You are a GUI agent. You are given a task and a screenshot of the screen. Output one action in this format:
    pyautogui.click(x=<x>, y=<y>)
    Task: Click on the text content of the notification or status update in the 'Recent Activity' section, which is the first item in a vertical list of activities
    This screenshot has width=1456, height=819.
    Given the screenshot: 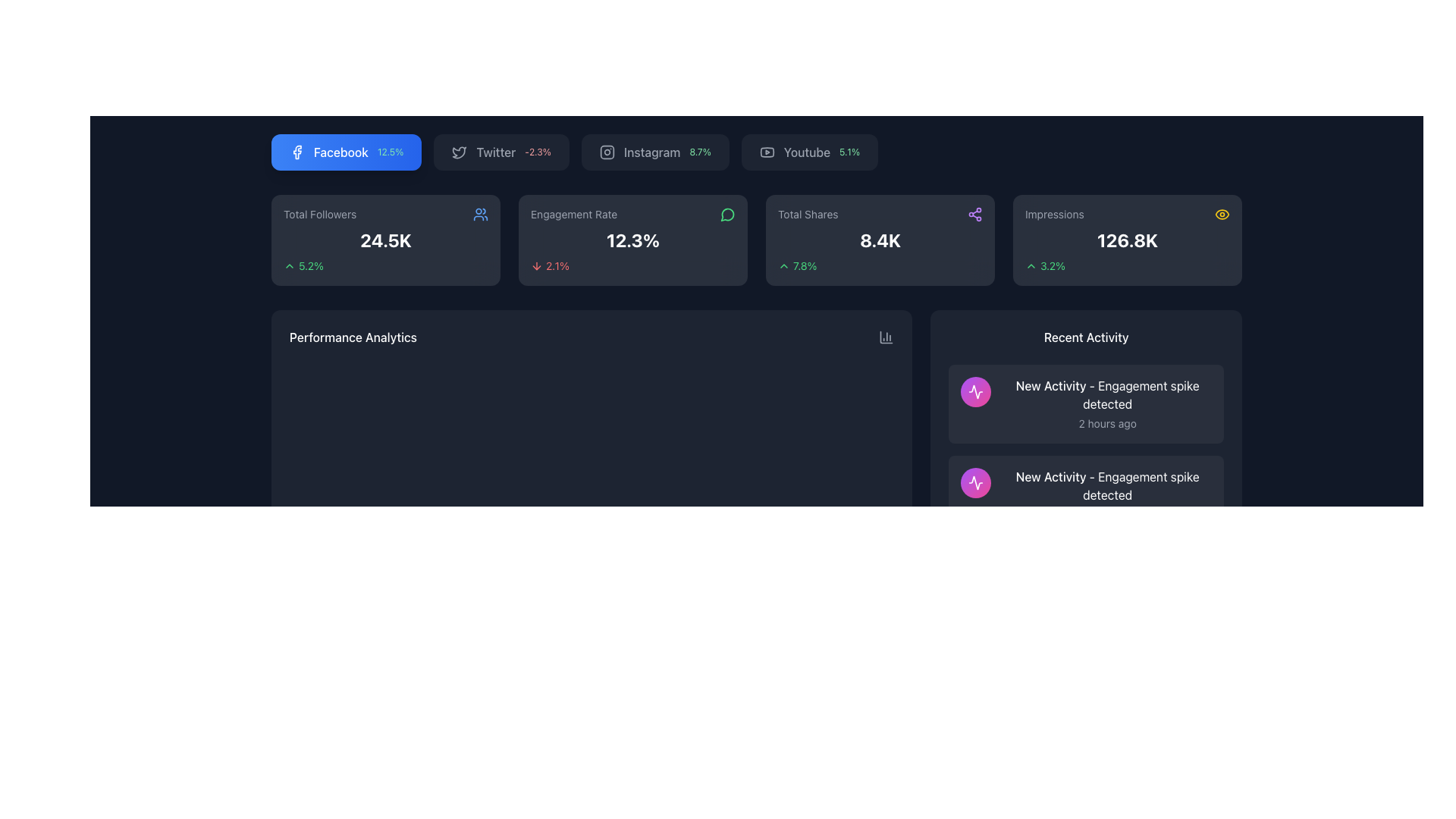 What is the action you would take?
    pyautogui.click(x=1107, y=394)
    